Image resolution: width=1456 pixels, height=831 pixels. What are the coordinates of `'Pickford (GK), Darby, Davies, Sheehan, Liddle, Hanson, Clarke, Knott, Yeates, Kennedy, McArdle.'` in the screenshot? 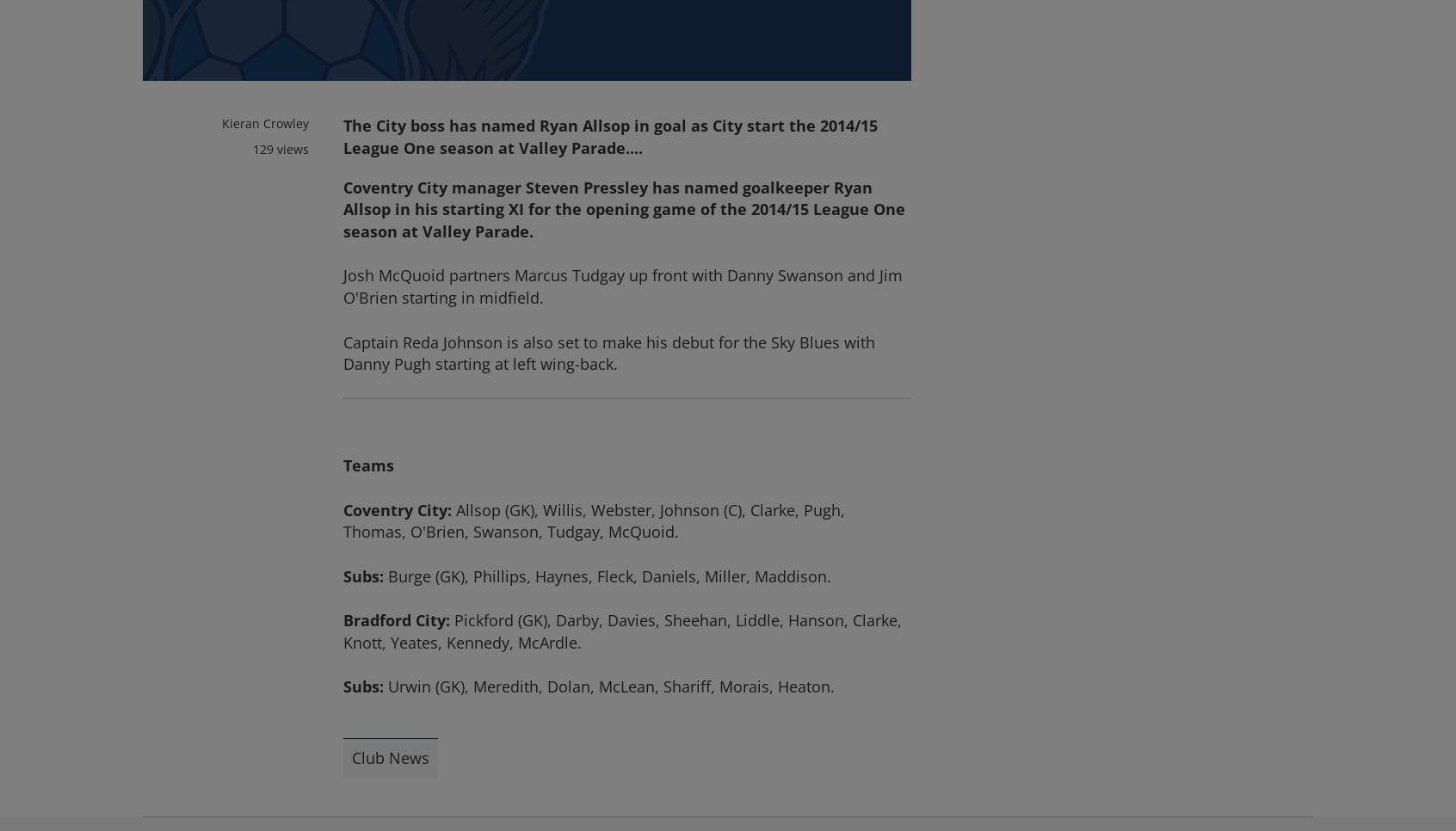 It's located at (621, 631).